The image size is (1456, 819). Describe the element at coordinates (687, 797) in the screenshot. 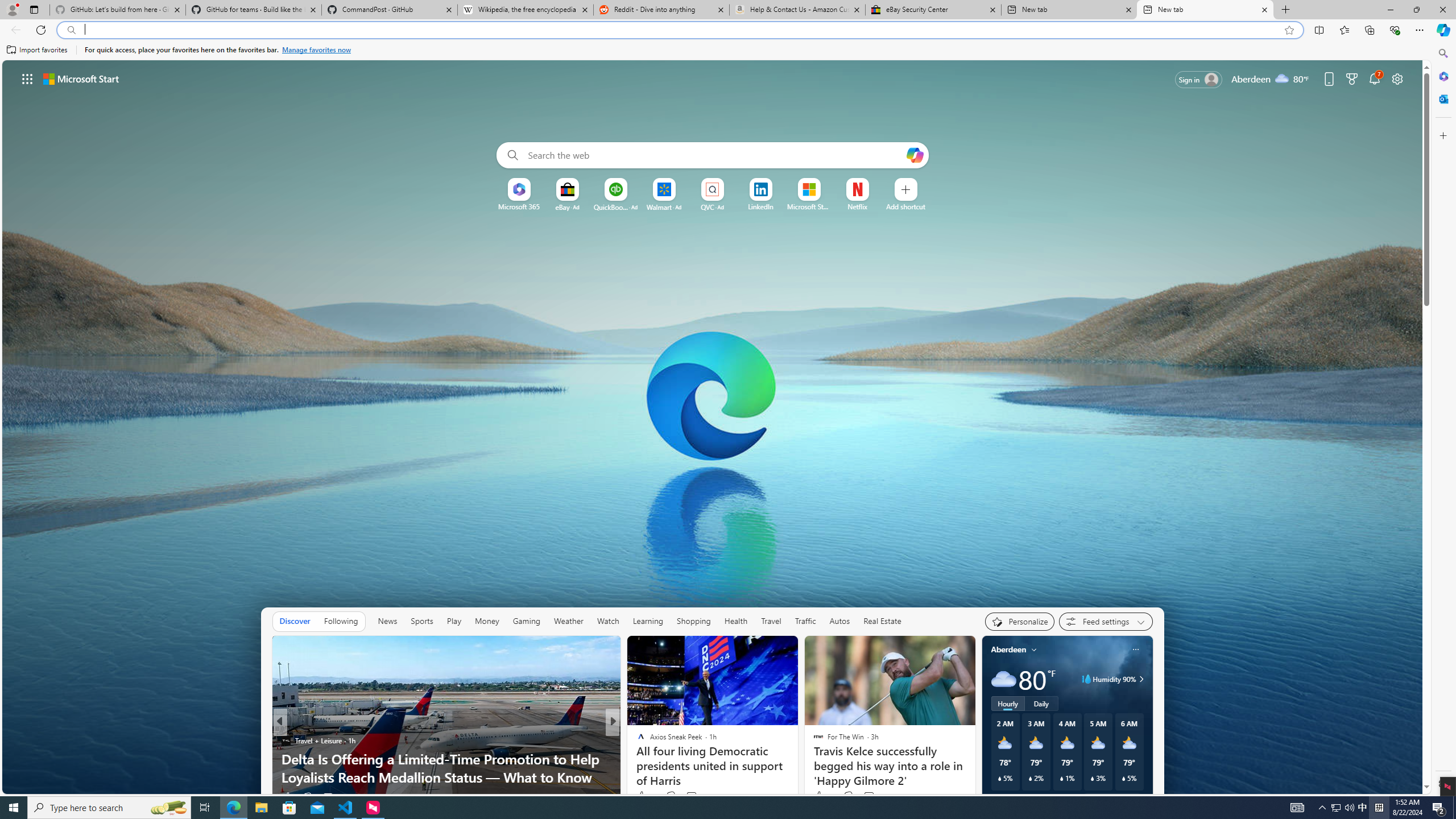

I see `'View comments 4 Comment'` at that location.